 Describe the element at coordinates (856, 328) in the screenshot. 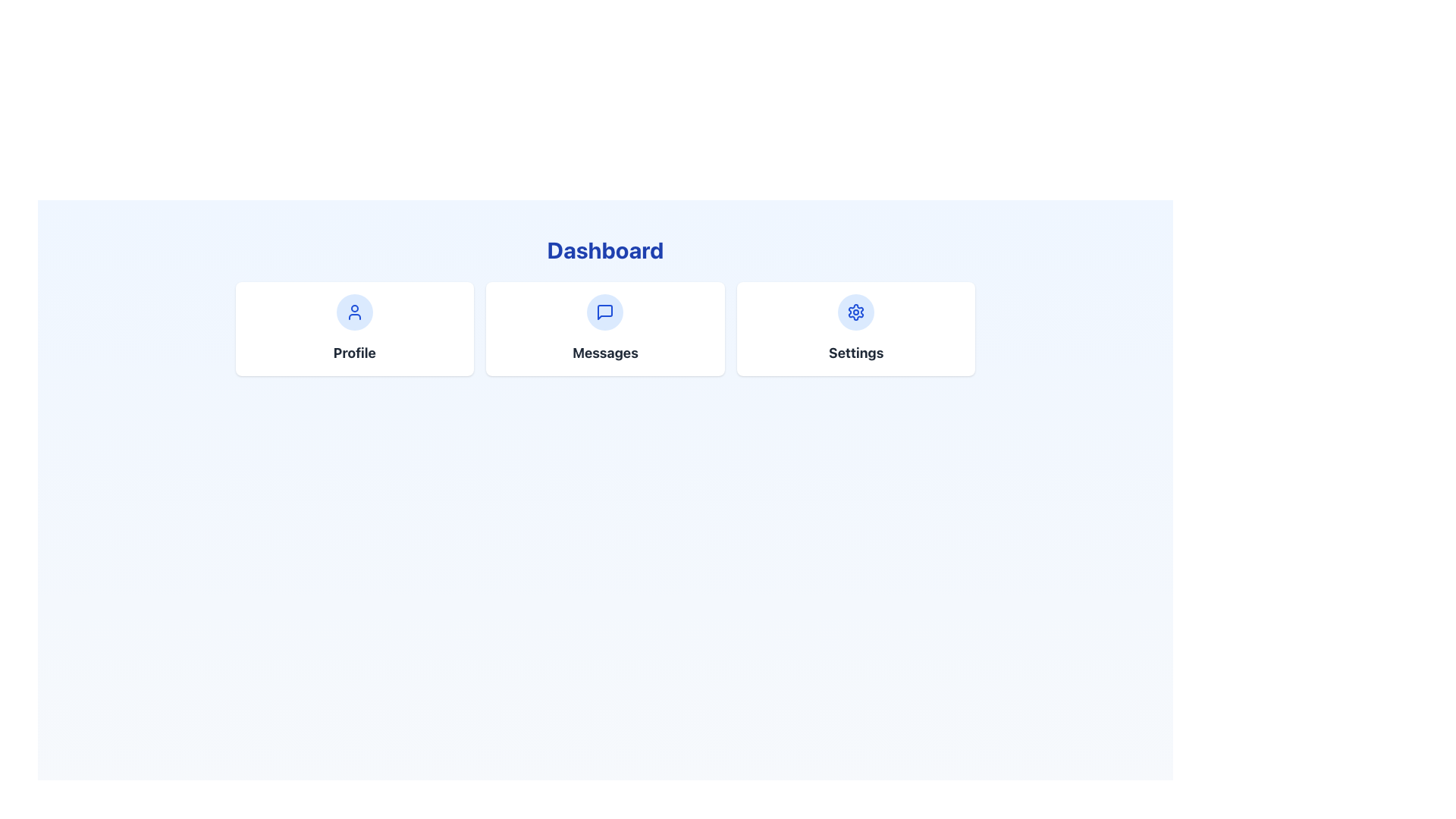

I see `the Settings button with a gear icon` at that location.